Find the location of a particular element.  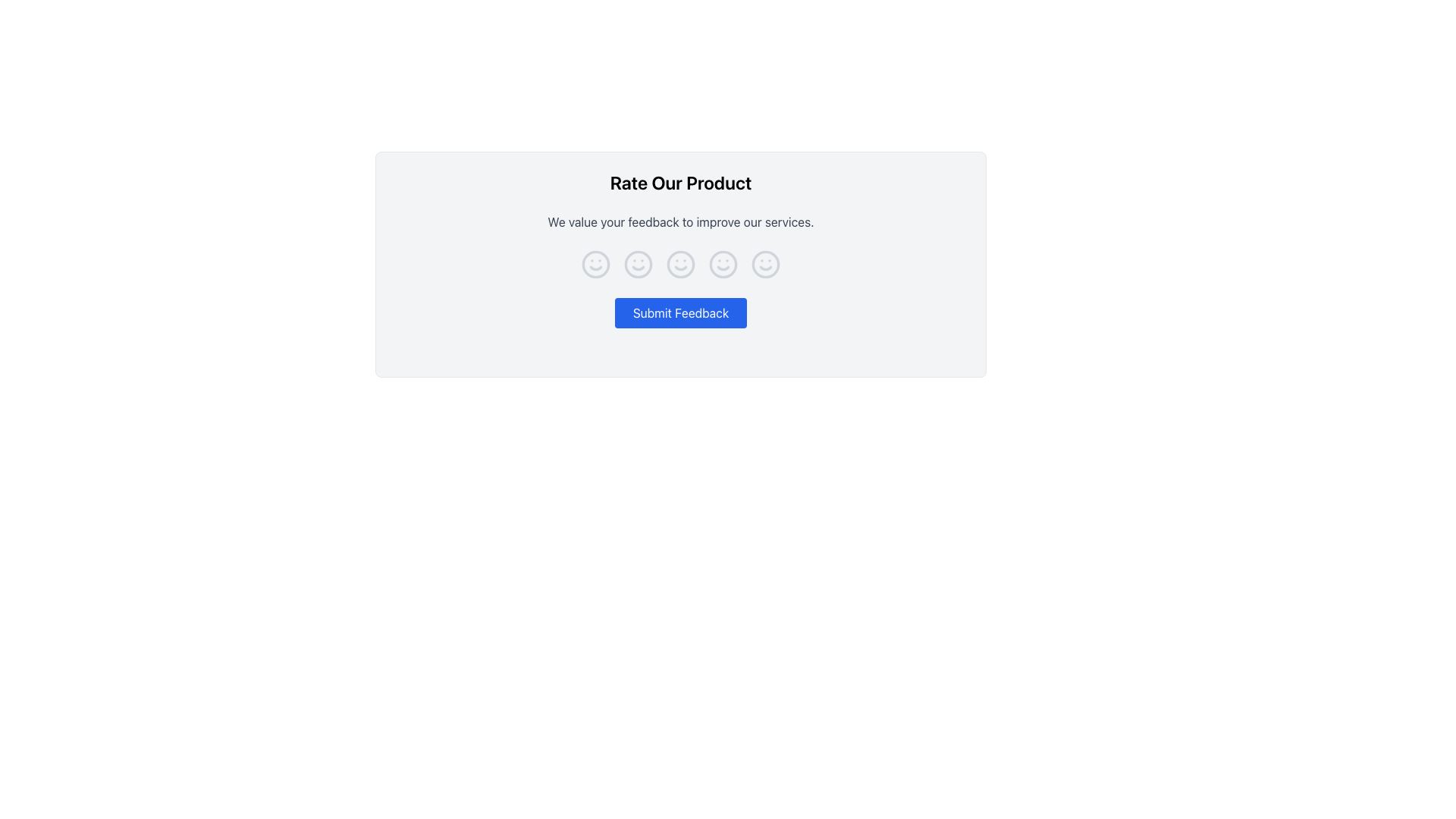

the neutral facial expression rating button, which is the third button in a horizontal group of smiley face buttons, located below the feedback text and above the submit button is located at coordinates (679, 263).